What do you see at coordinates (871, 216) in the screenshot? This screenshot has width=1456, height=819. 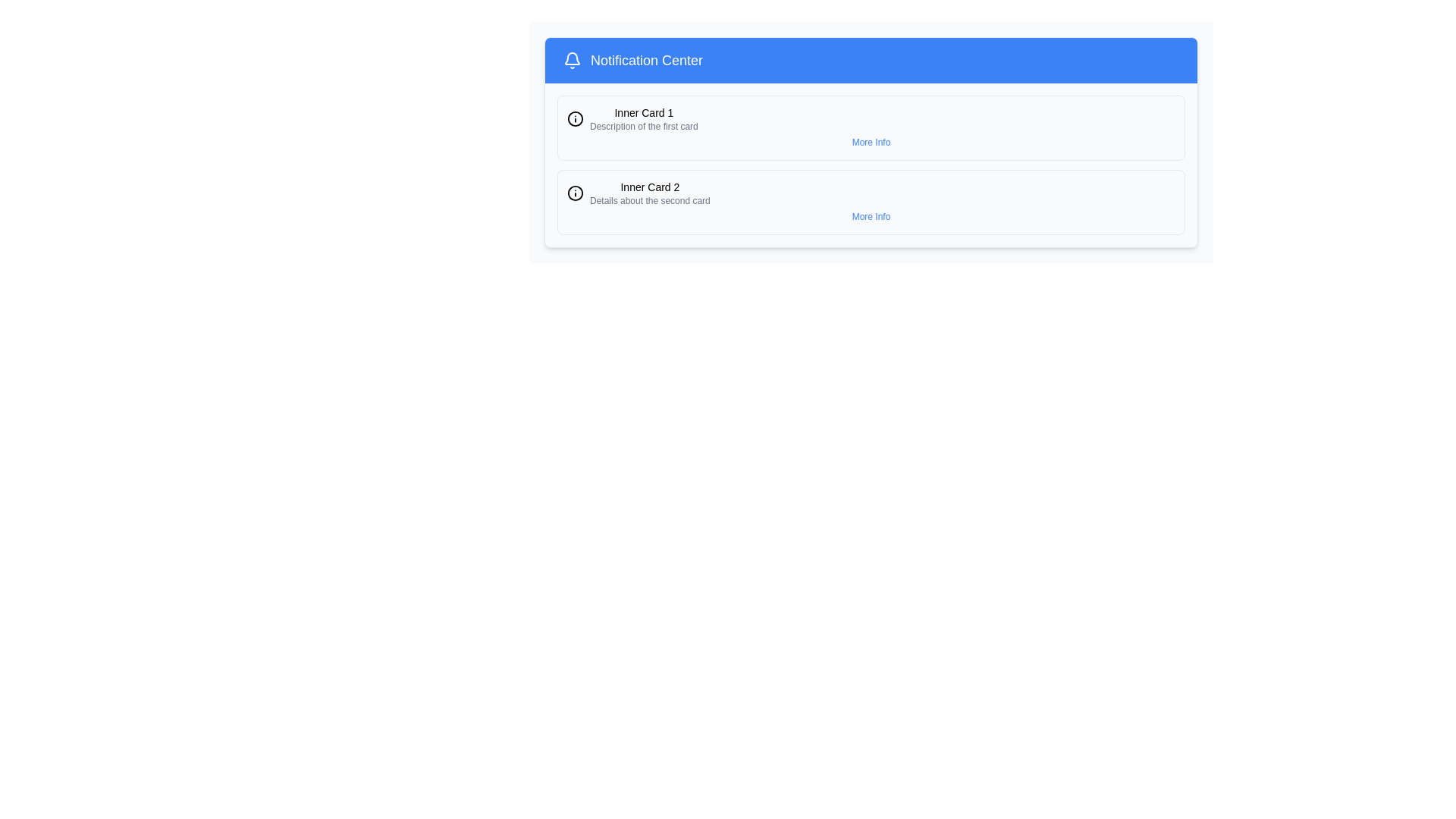 I see `the 'More Info' hyperlink, which is styled with a blue font color and located in the lower card of the interface, specifically in 'Inner Card 2'` at bounding box center [871, 216].